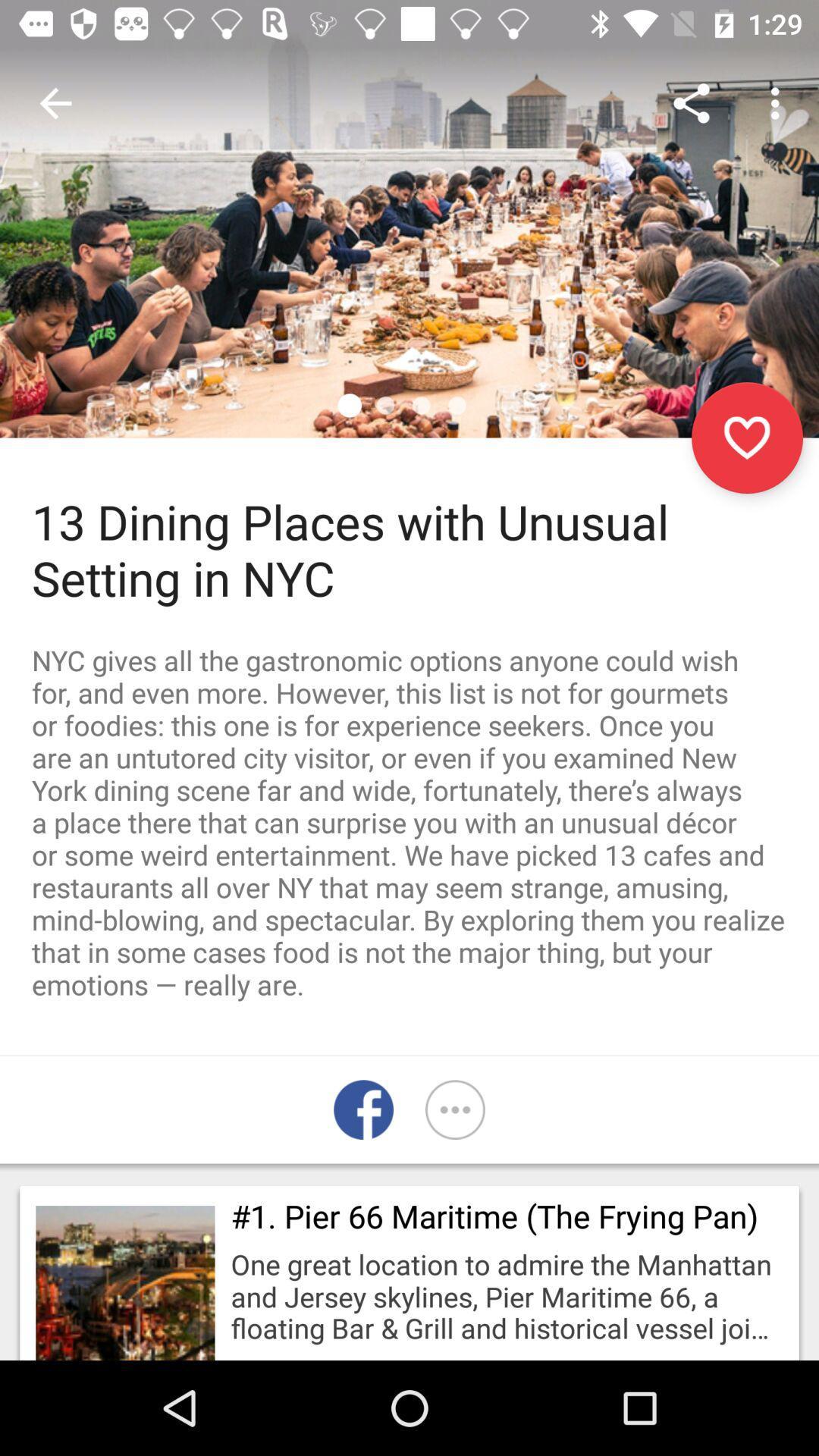  I want to click on more platforms to share the article, so click(454, 1109).